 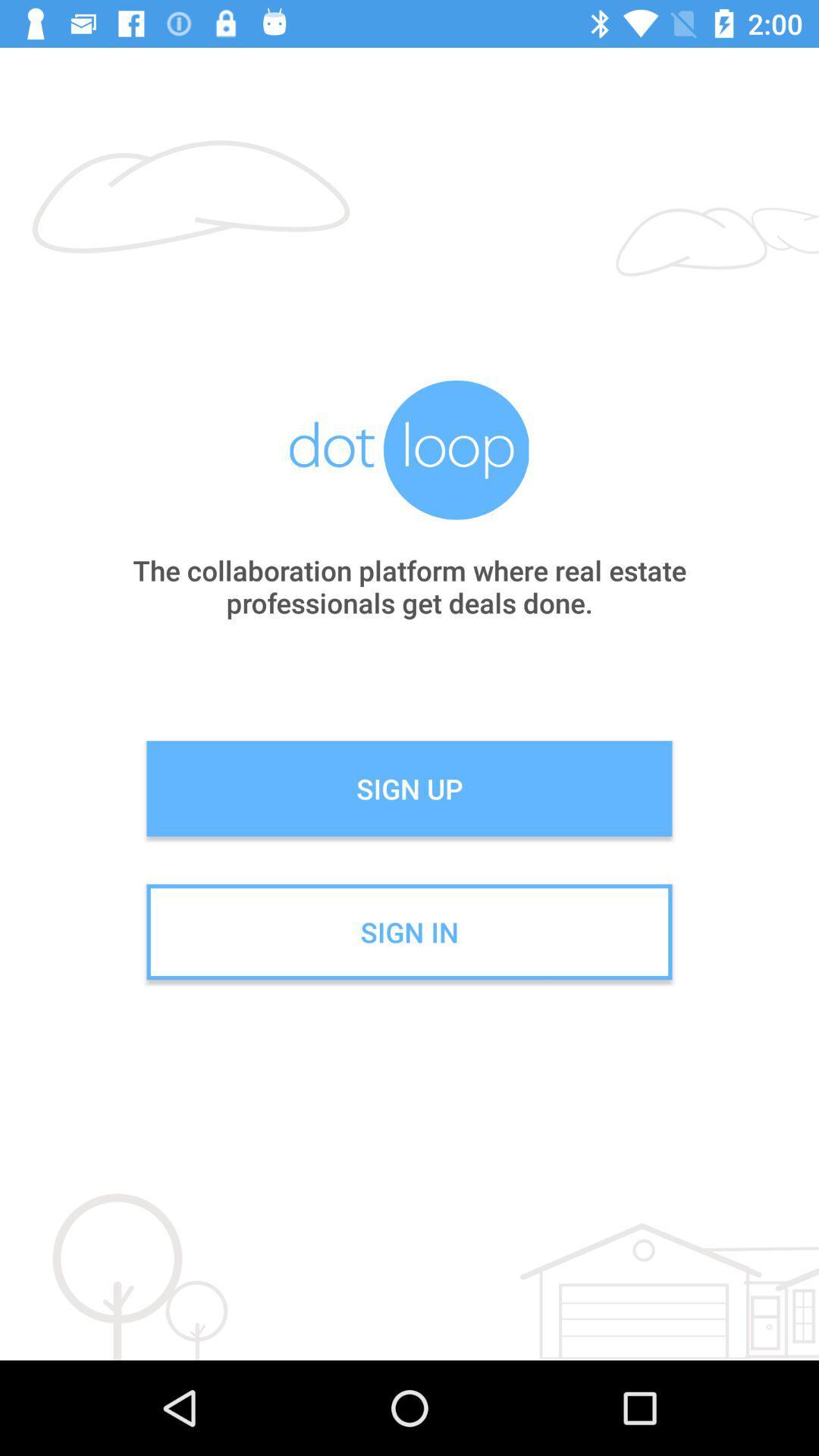 I want to click on the sign in icon, so click(x=409, y=931).